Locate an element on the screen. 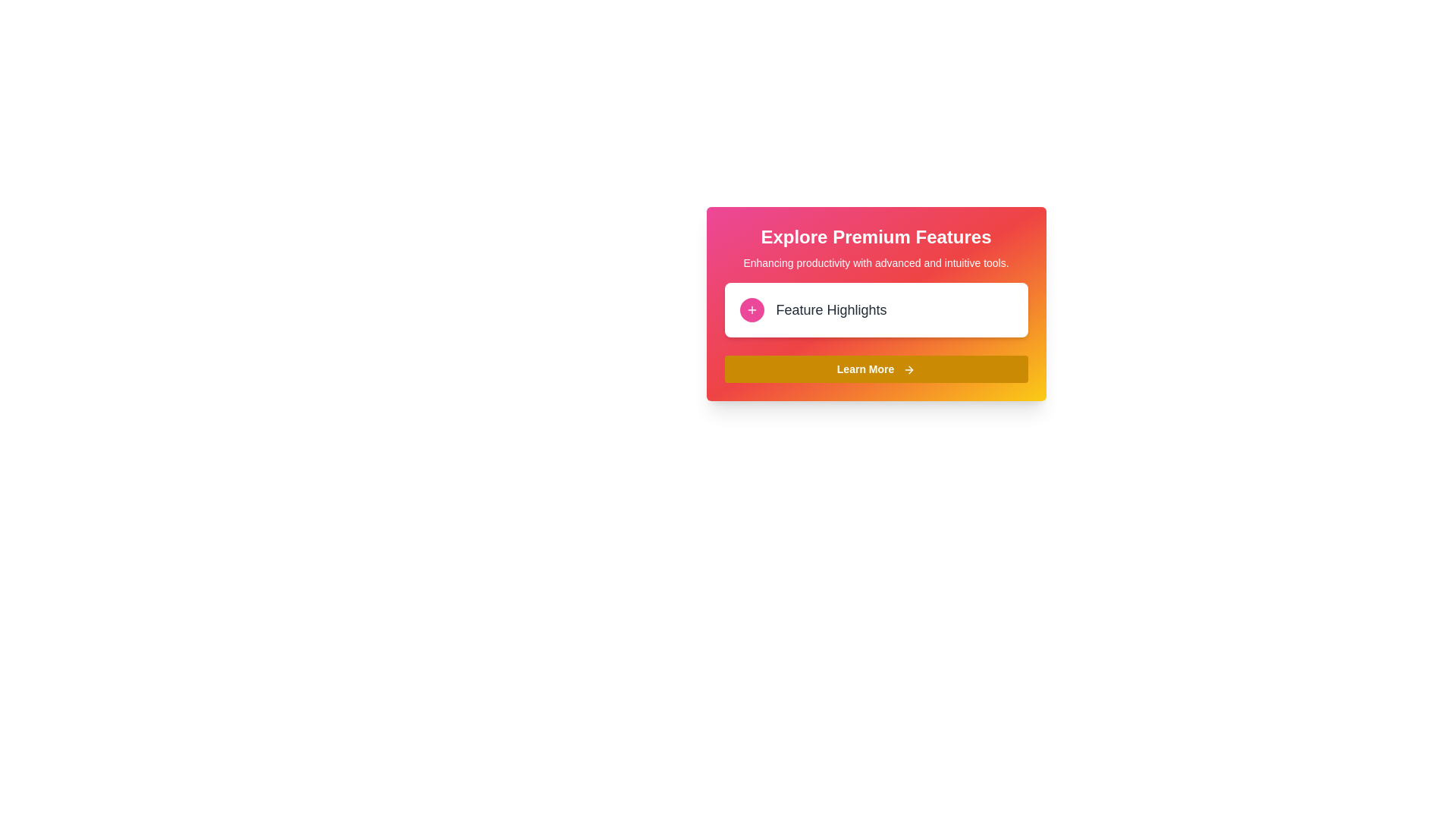  the list item with an icon and label that represents a feature section in the premium functionality overview, located below the 'Explore Premium Features' title is located at coordinates (876, 309).